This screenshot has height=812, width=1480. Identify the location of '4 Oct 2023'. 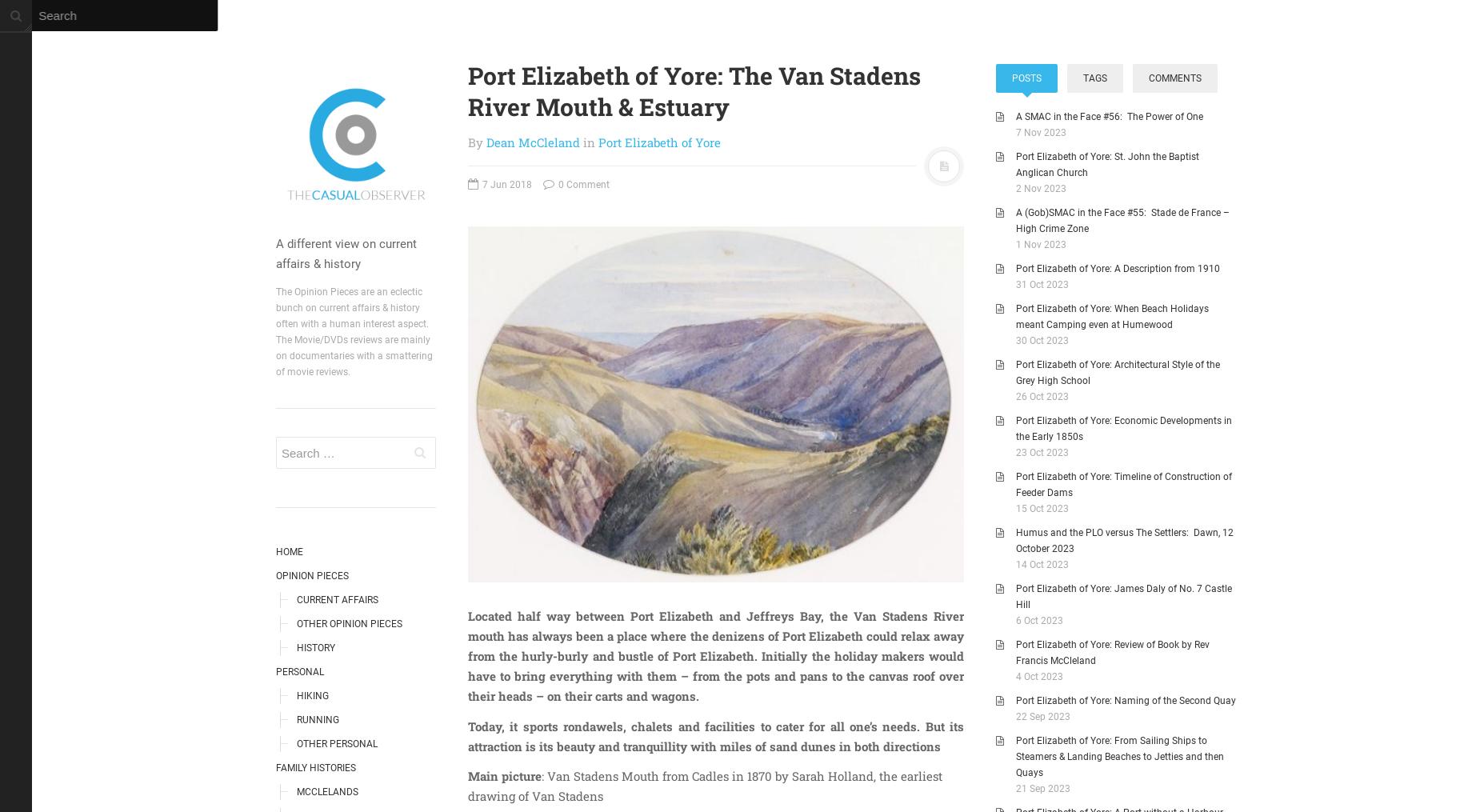
(1015, 677).